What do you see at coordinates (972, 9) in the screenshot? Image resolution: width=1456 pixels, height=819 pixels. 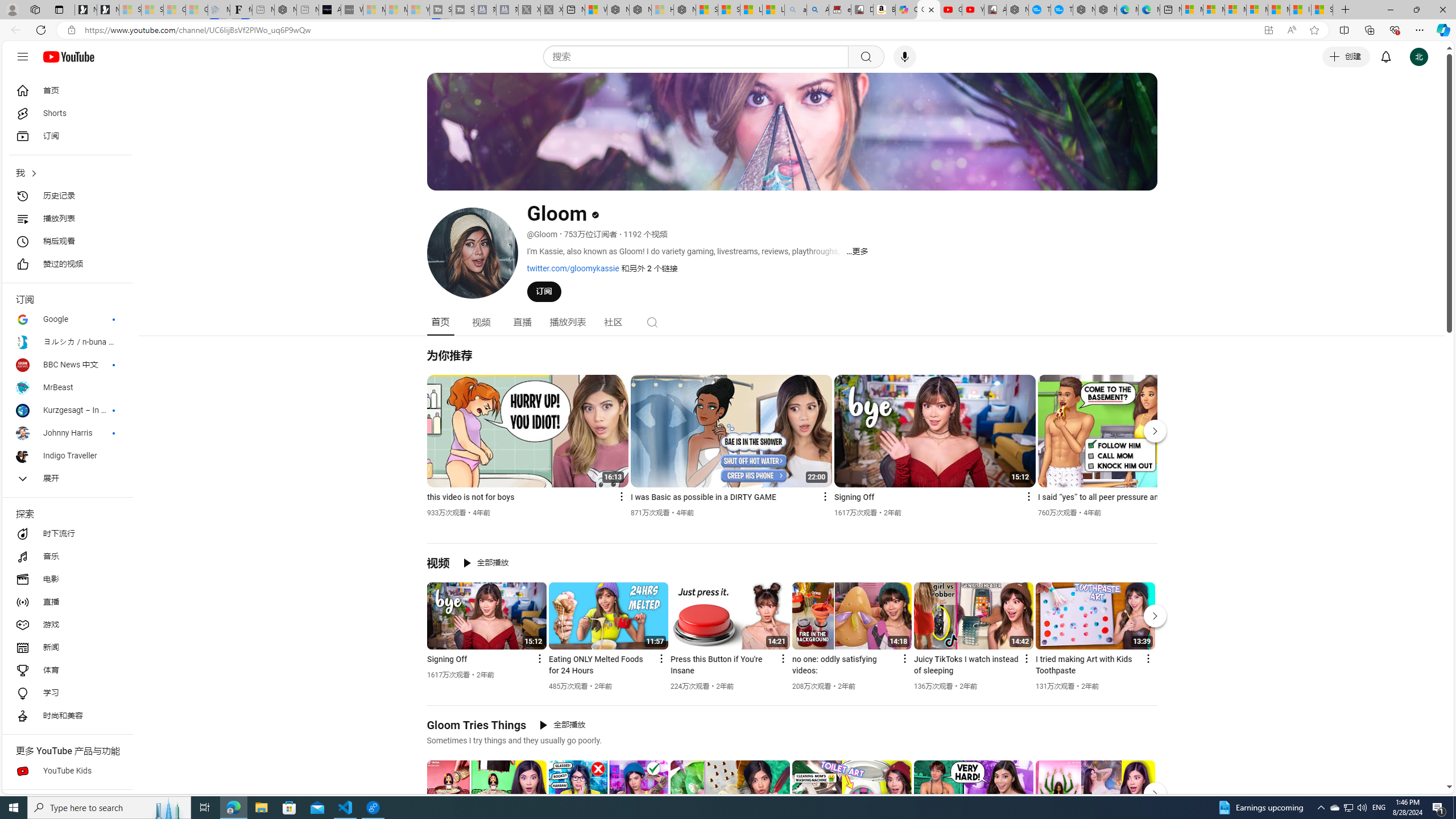 I see `'YouTube Kids - An App Created for Kids to Explore Content'` at bounding box center [972, 9].